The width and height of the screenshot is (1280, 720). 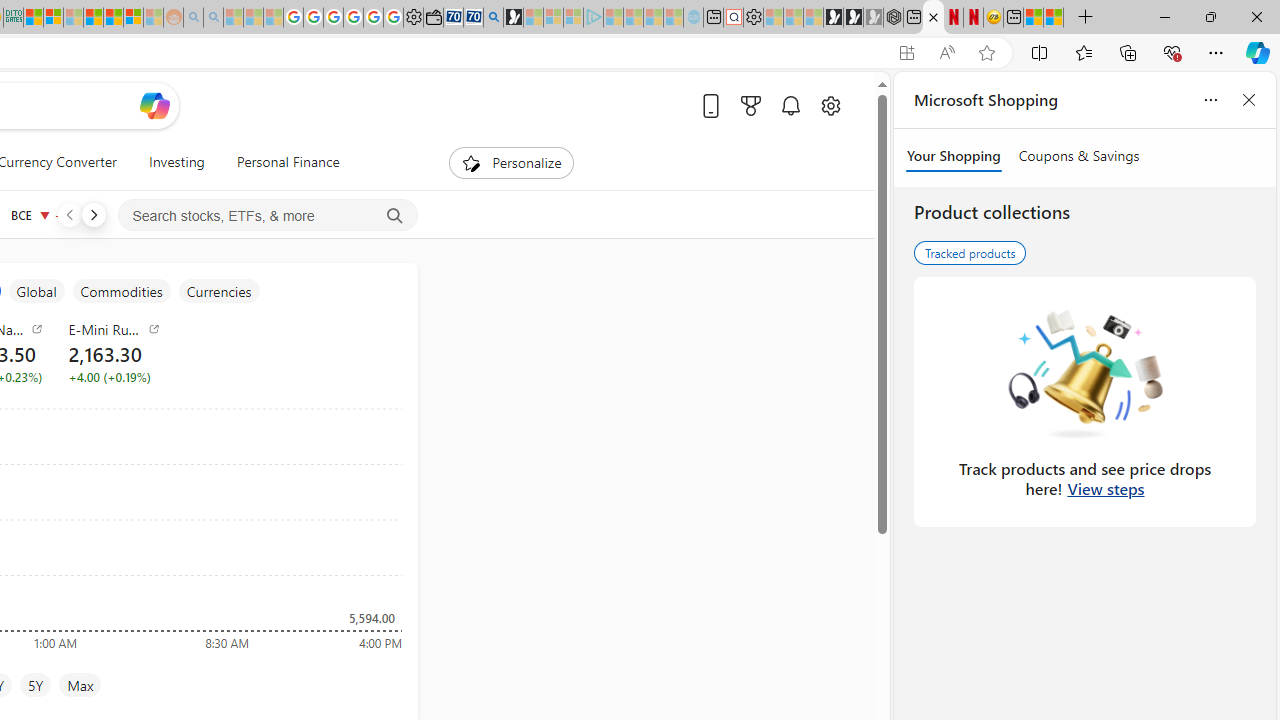 I want to click on 'Kinda Frugal - MSN', so click(x=112, y=17).